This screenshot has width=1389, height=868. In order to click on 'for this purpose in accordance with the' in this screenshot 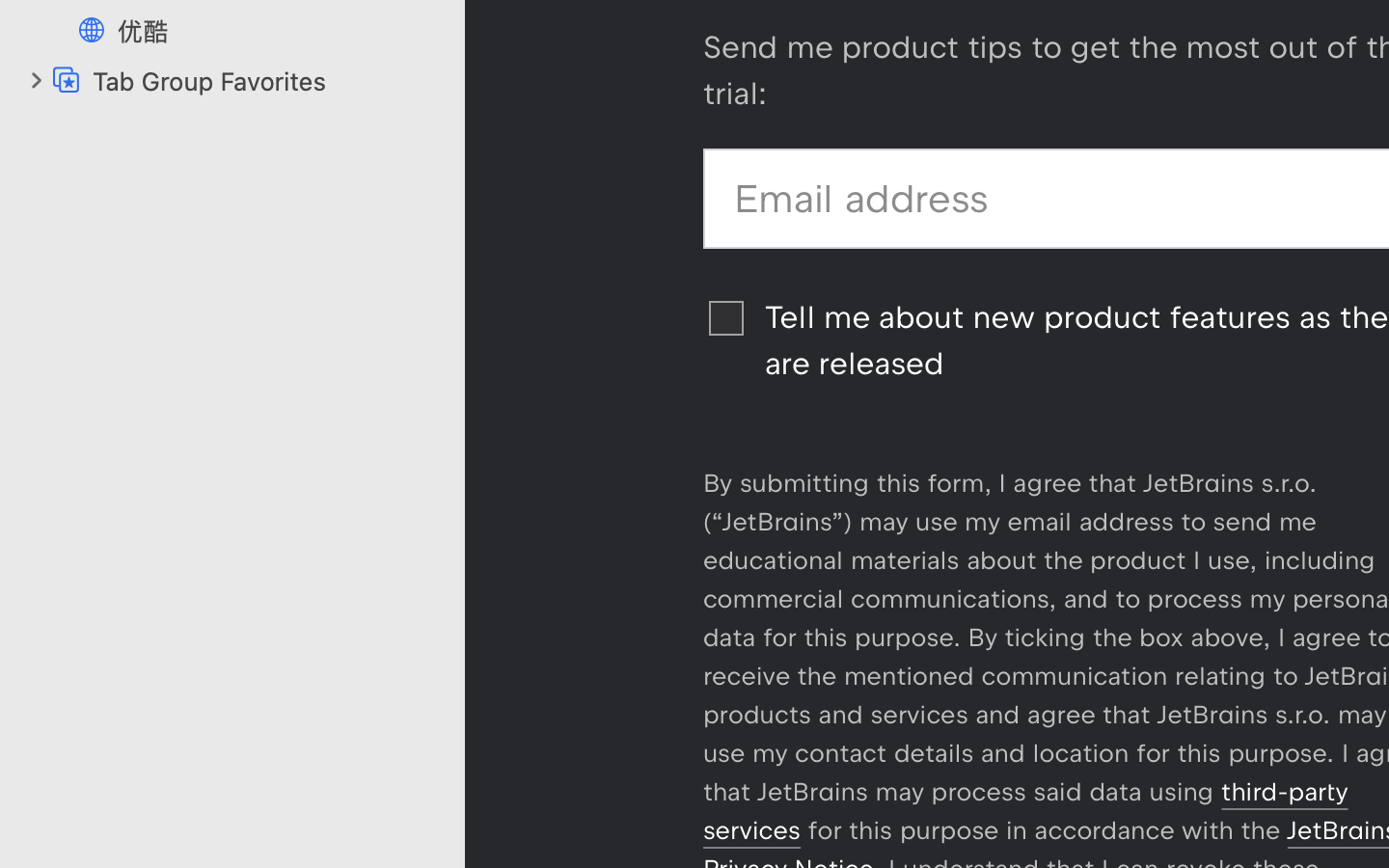, I will do `click(1044, 830)`.